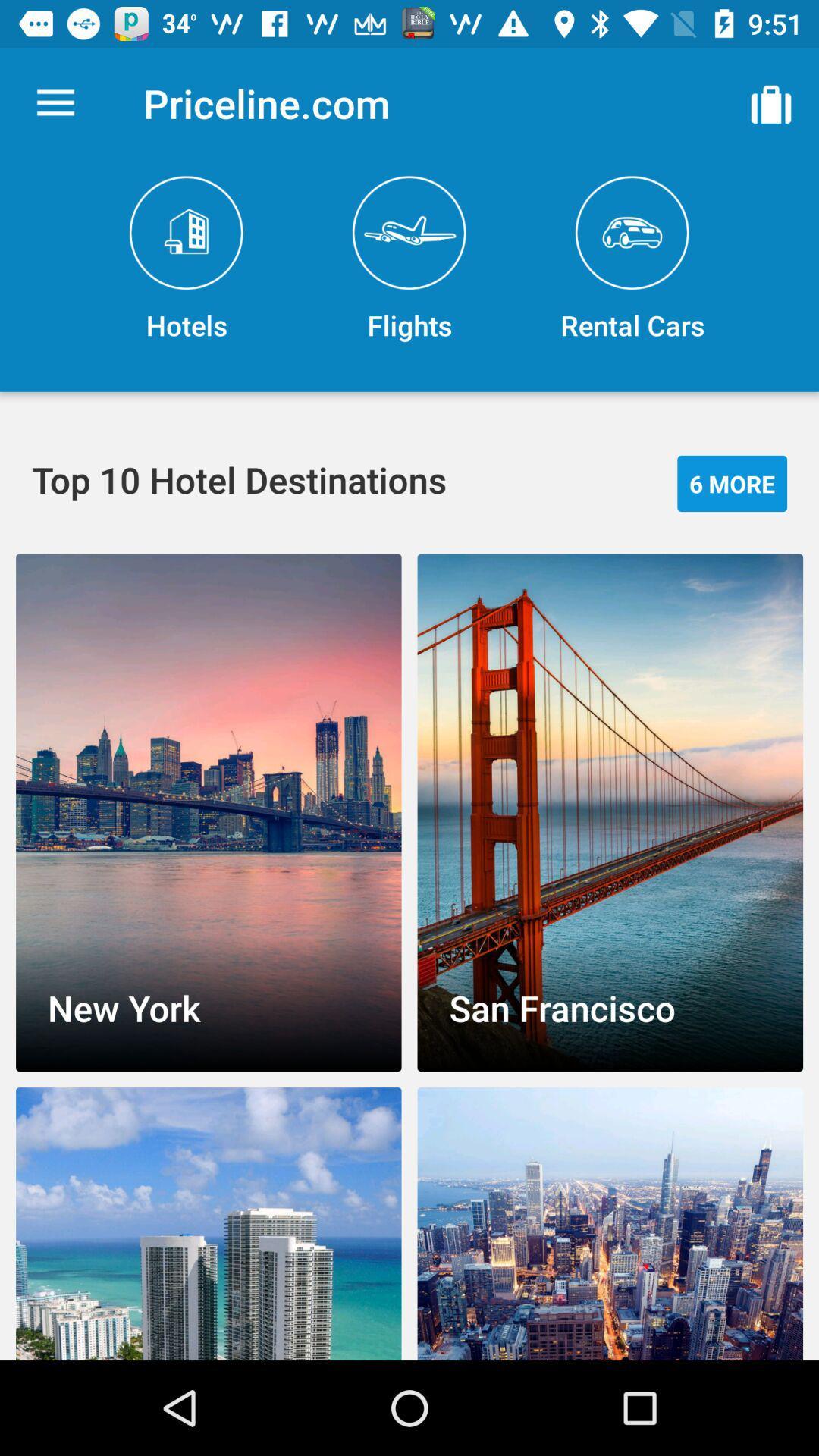 Image resolution: width=819 pixels, height=1456 pixels. I want to click on the icon below the rental cars item, so click(731, 482).